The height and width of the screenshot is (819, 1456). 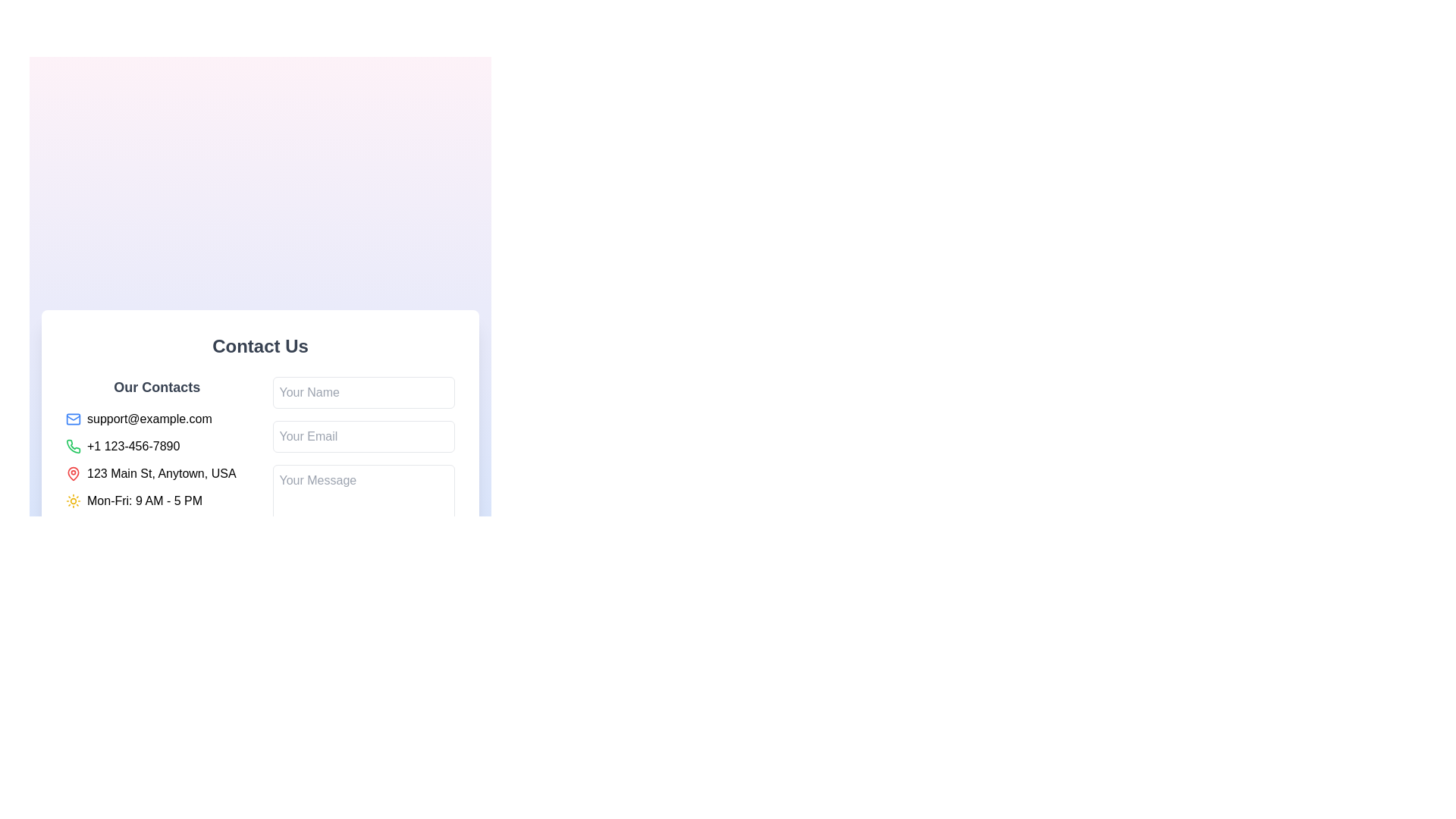 I want to click on operational hours displayed as 'Mon-Fri: 9 AM - 5 PM' alongside the bright yellow sun icon, located at the bottom of the contact details list in the 'Our Contacts' box, so click(x=157, y=500).